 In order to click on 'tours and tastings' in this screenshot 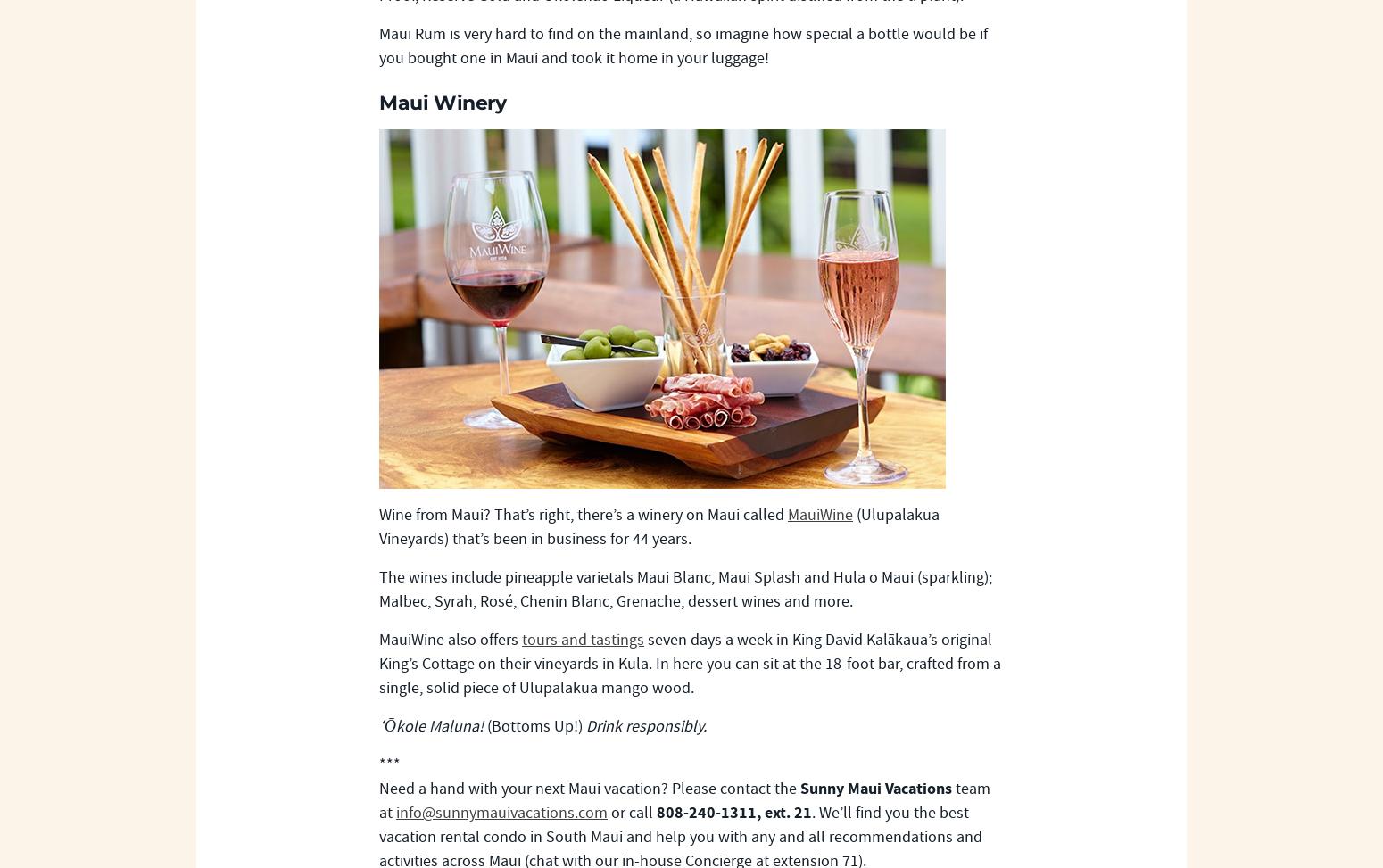, I will do `click(582, 640)`.